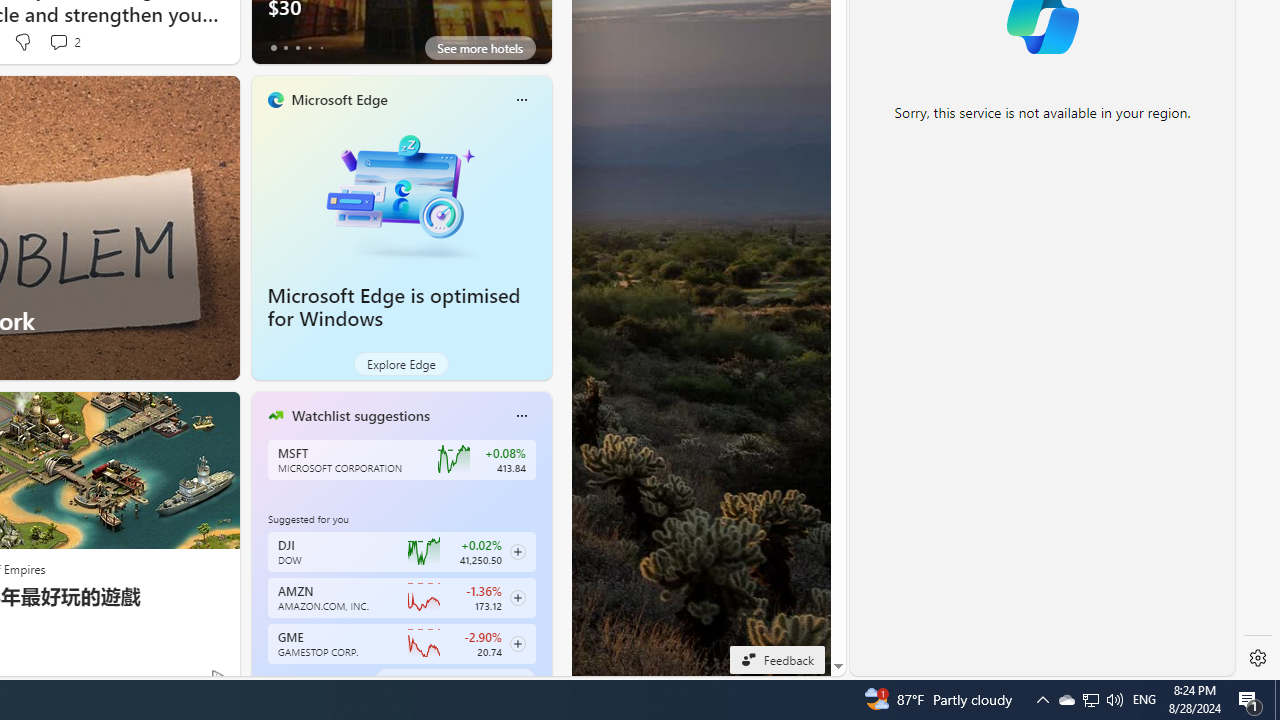  Describe the element at coordinates (272, 679) in the screenshot. I see `'tab-0'` at that location.